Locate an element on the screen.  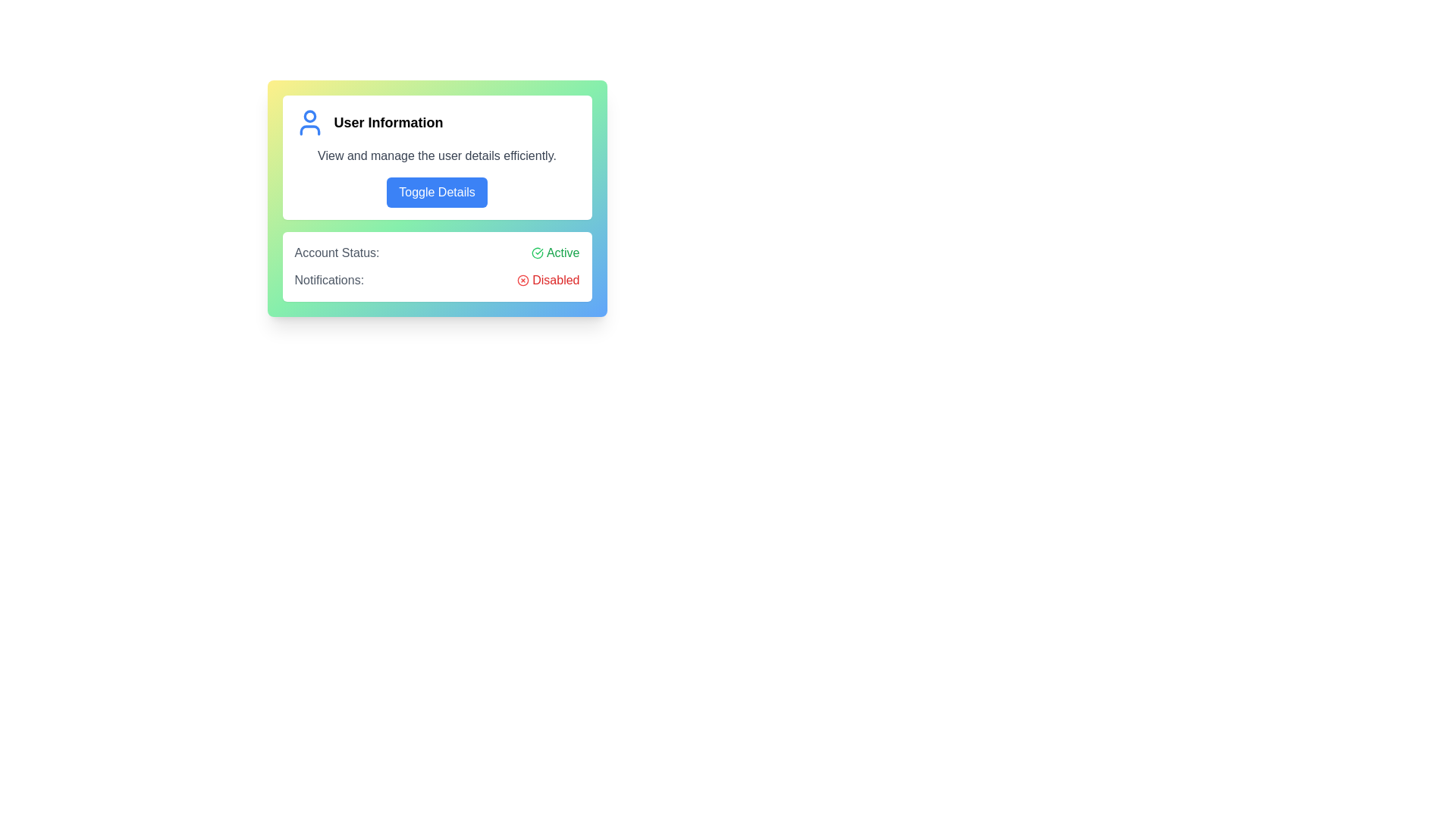
information displayed in the 'User Information' title, which is prominently styled and includes a blue user icon on its left is located at coordinates (436, 122).